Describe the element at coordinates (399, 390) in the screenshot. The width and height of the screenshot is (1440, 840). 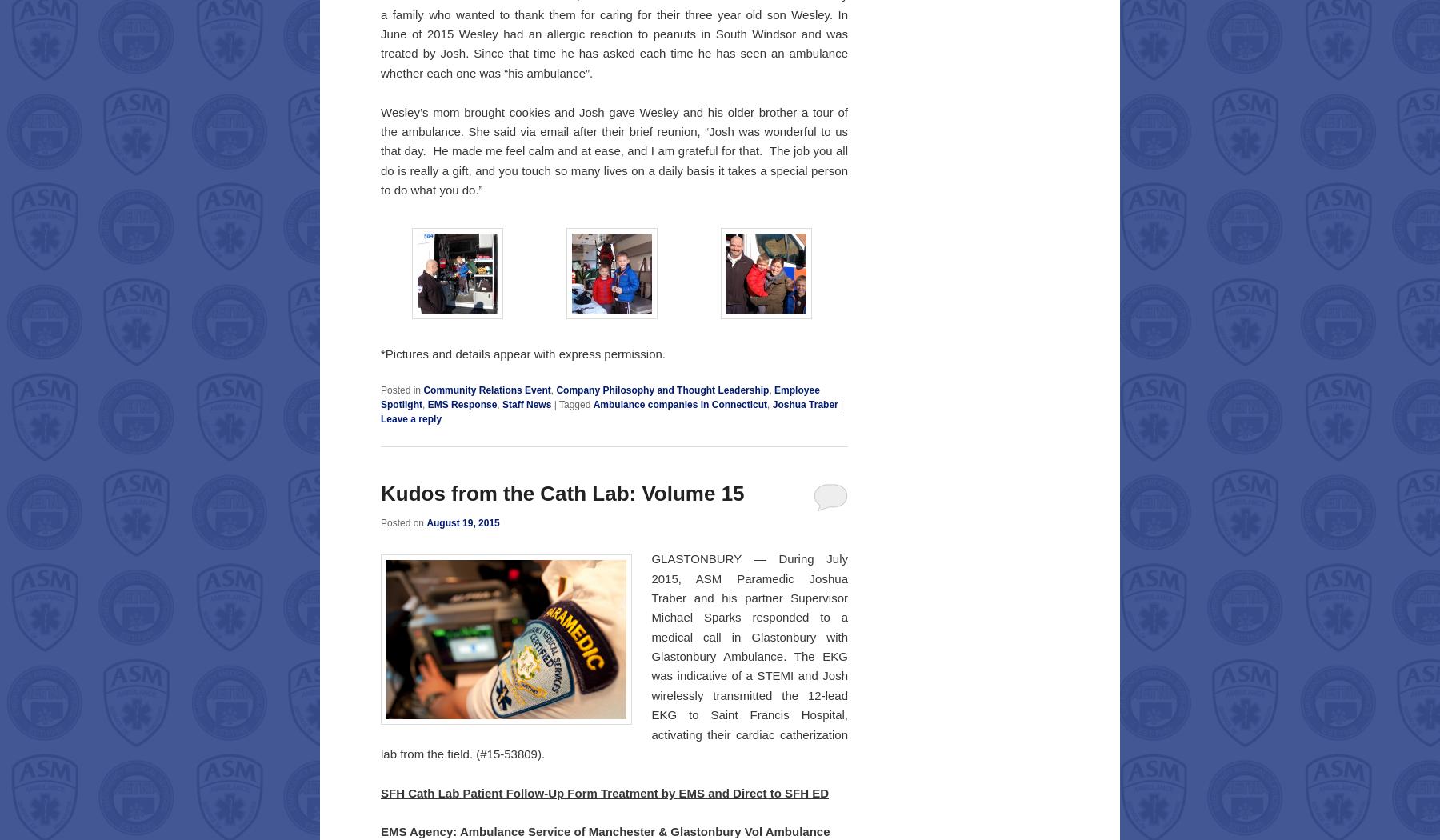
I see `'Posted in'` at that location.